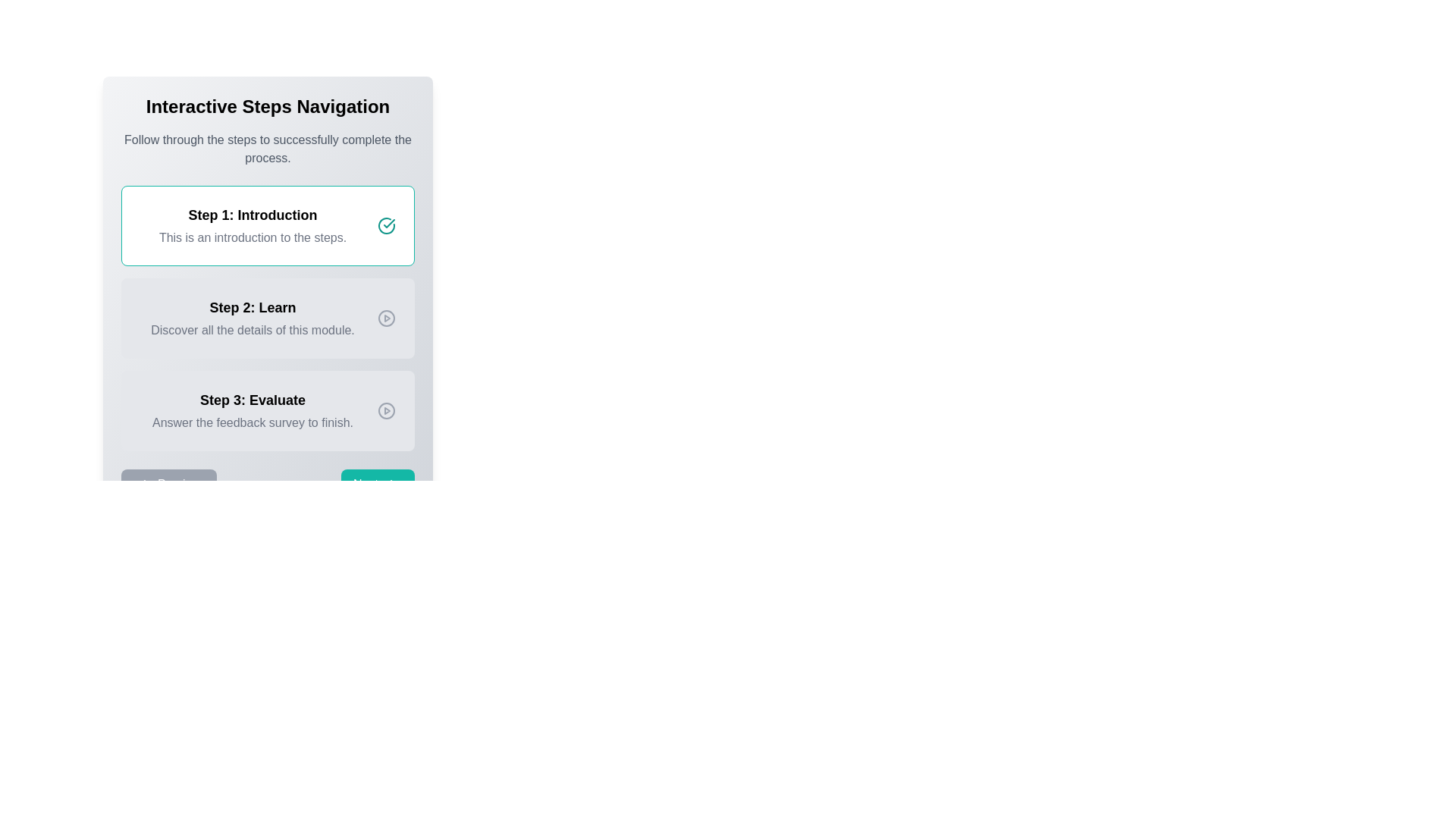 This screenshot has width=1456, height=819. I want to click on the visual state of the circular teal icon with a checkmark inside, located in the upper right corner of the box labeled 'Step 1: Introduction', so click(386, 225).